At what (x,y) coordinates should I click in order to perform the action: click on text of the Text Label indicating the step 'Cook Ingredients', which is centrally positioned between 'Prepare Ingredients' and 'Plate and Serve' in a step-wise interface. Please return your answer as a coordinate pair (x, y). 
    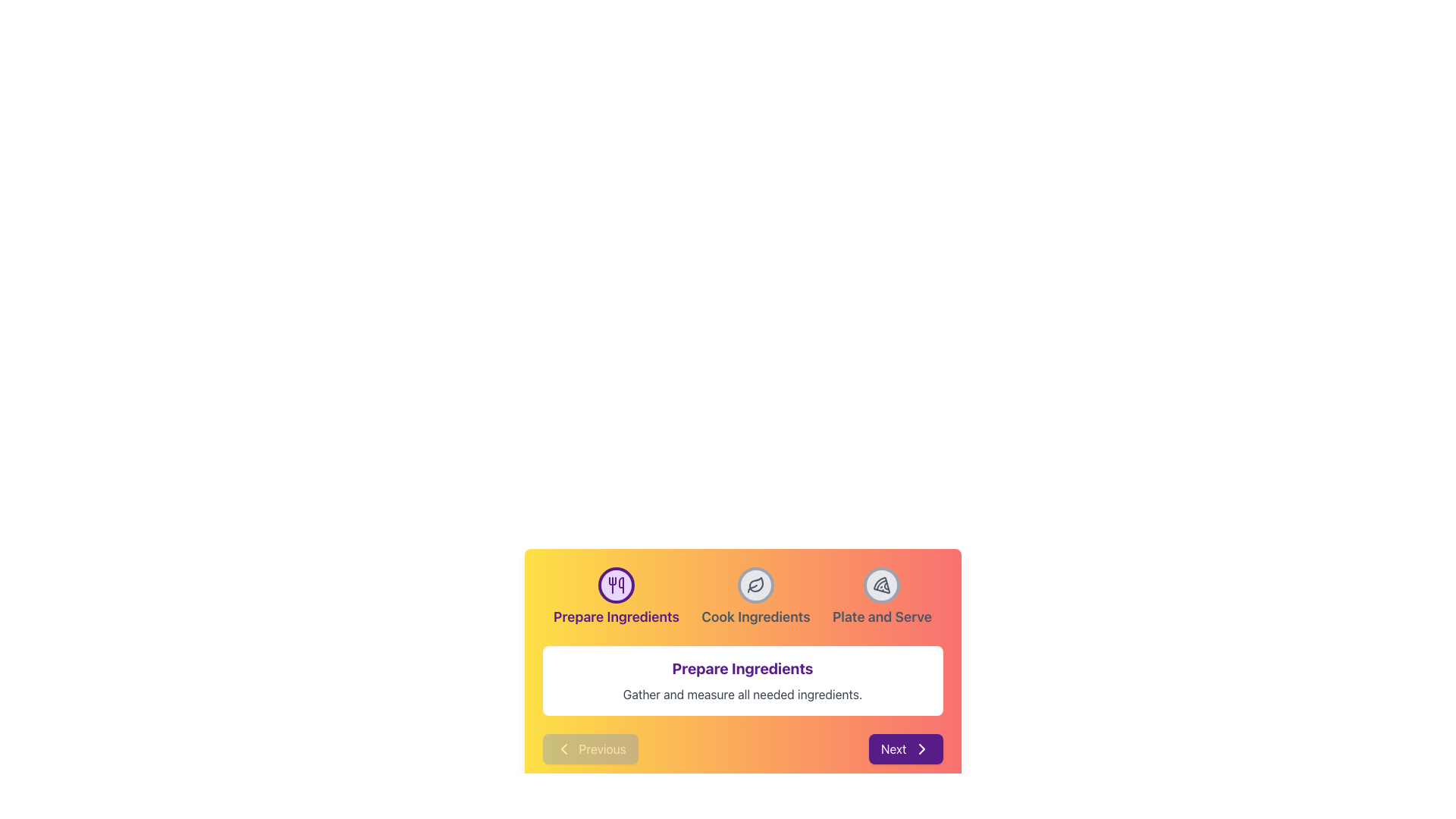
    Looking at the image, I should click on (755, 617).